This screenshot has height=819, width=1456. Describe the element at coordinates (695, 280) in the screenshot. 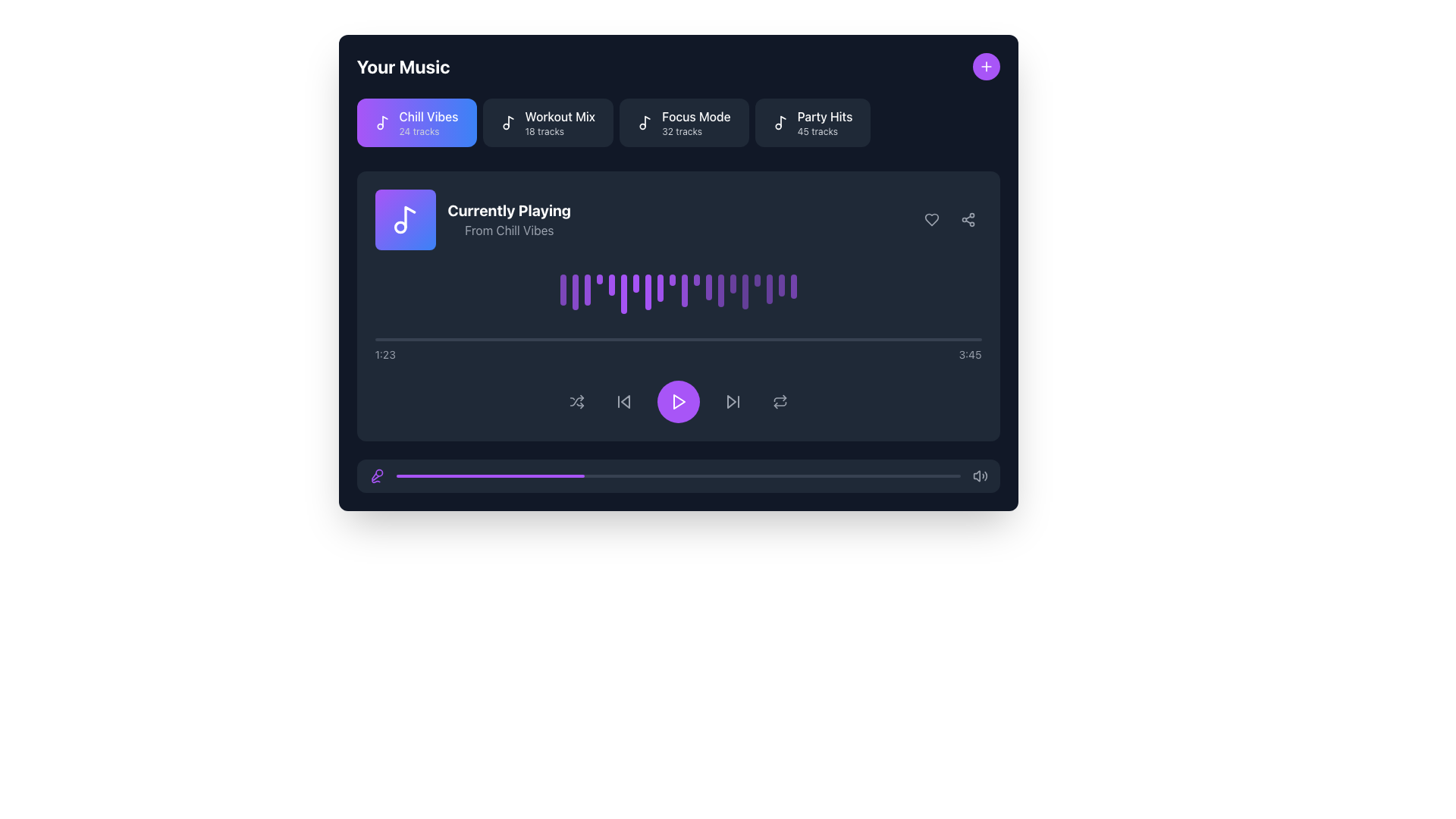

I see `the 12th visual bar in the waveform representation of the music player interface, which displays sound patterns of the currently playing audio` at that location.